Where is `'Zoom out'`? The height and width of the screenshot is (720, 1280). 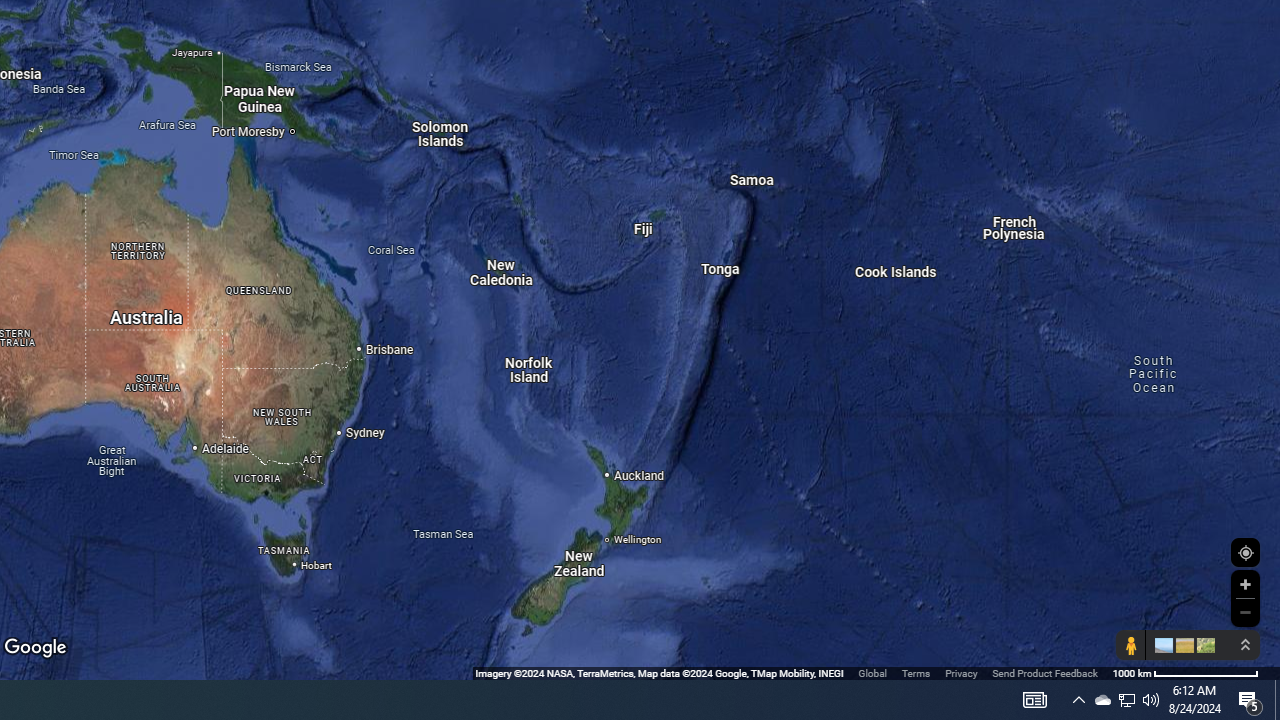
'Zoom out' is located at coordinates (1244, 611).